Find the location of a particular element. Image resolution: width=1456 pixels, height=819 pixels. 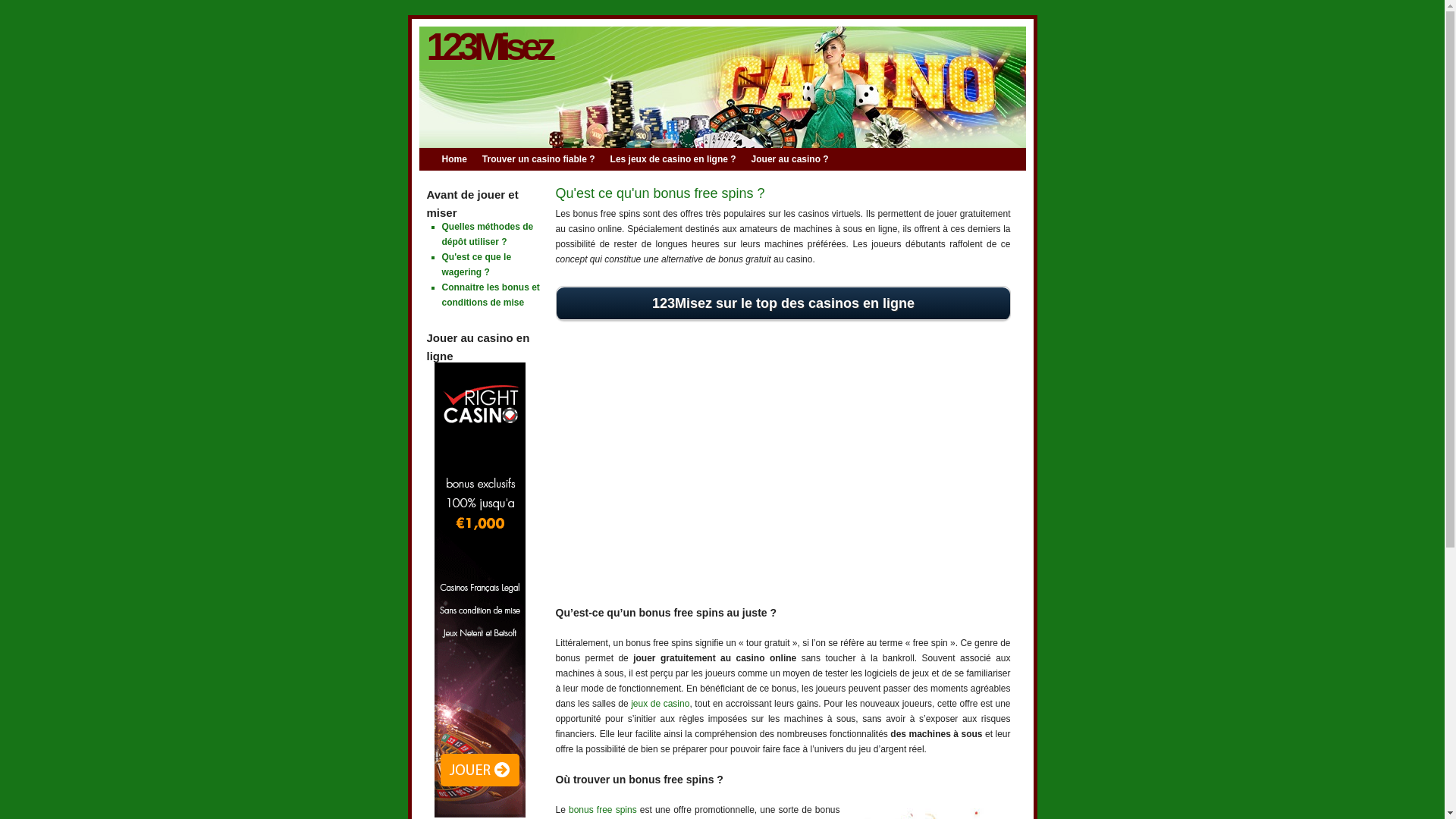

'Home' is located at coordinates (460, 158).